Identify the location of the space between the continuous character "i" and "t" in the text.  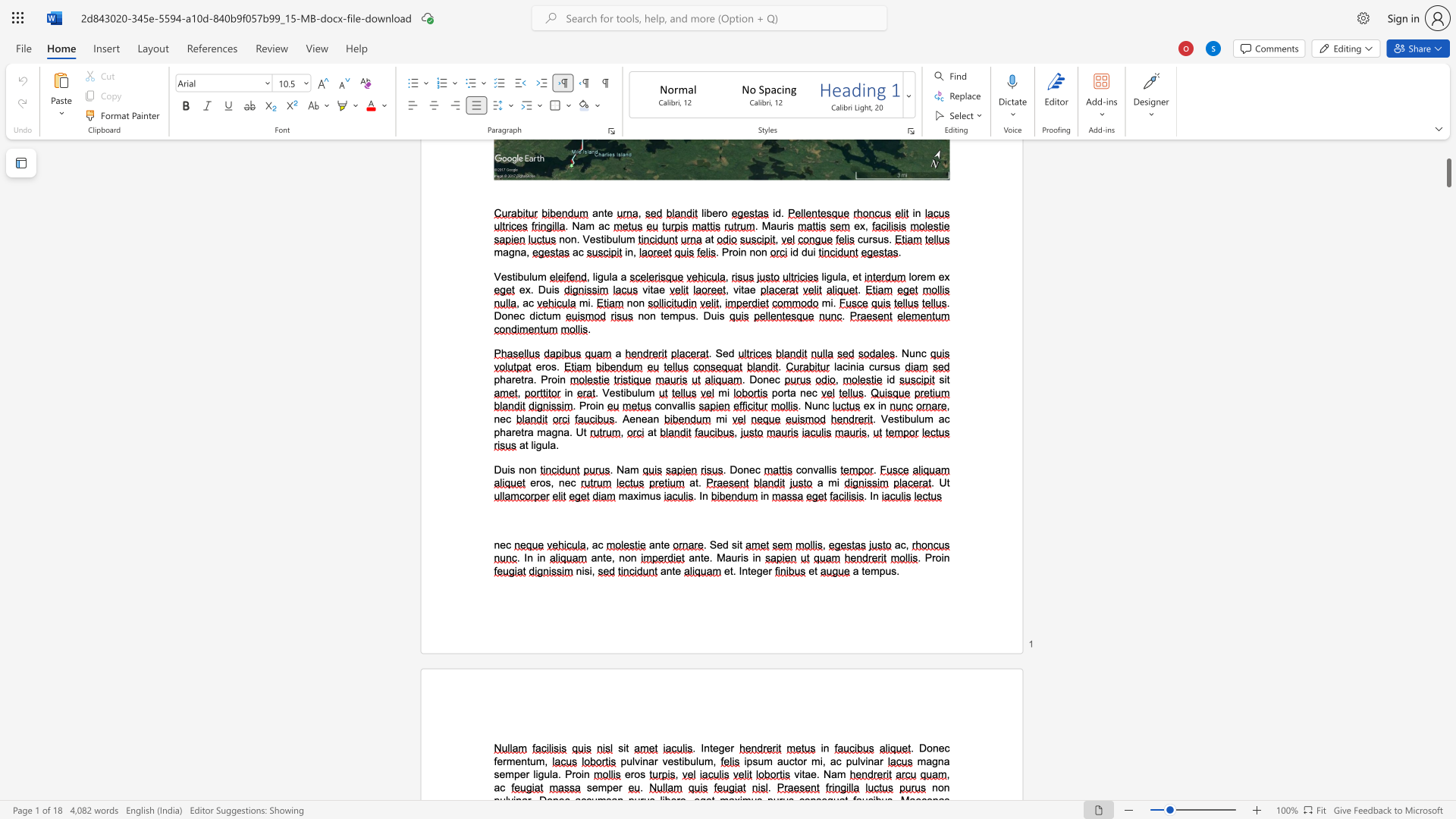
(739, 544).